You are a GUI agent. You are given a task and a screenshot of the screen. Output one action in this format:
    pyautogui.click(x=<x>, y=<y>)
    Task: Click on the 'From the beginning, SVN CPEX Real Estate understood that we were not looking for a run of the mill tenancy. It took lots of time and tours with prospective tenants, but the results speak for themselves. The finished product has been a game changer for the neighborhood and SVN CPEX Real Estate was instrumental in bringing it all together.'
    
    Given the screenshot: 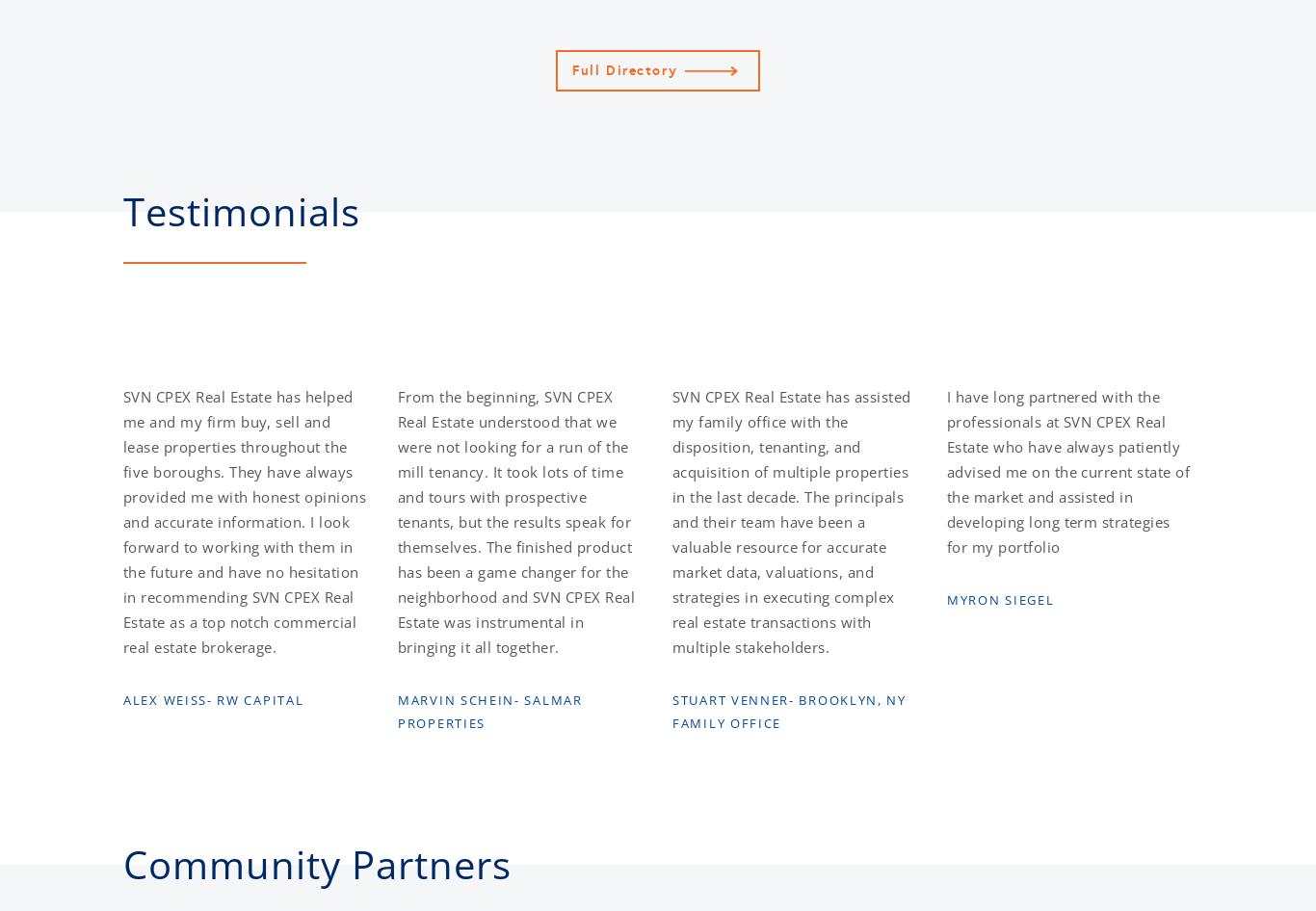 What is the action you would take?
    pyautogui.click(x=516, y=521)
    